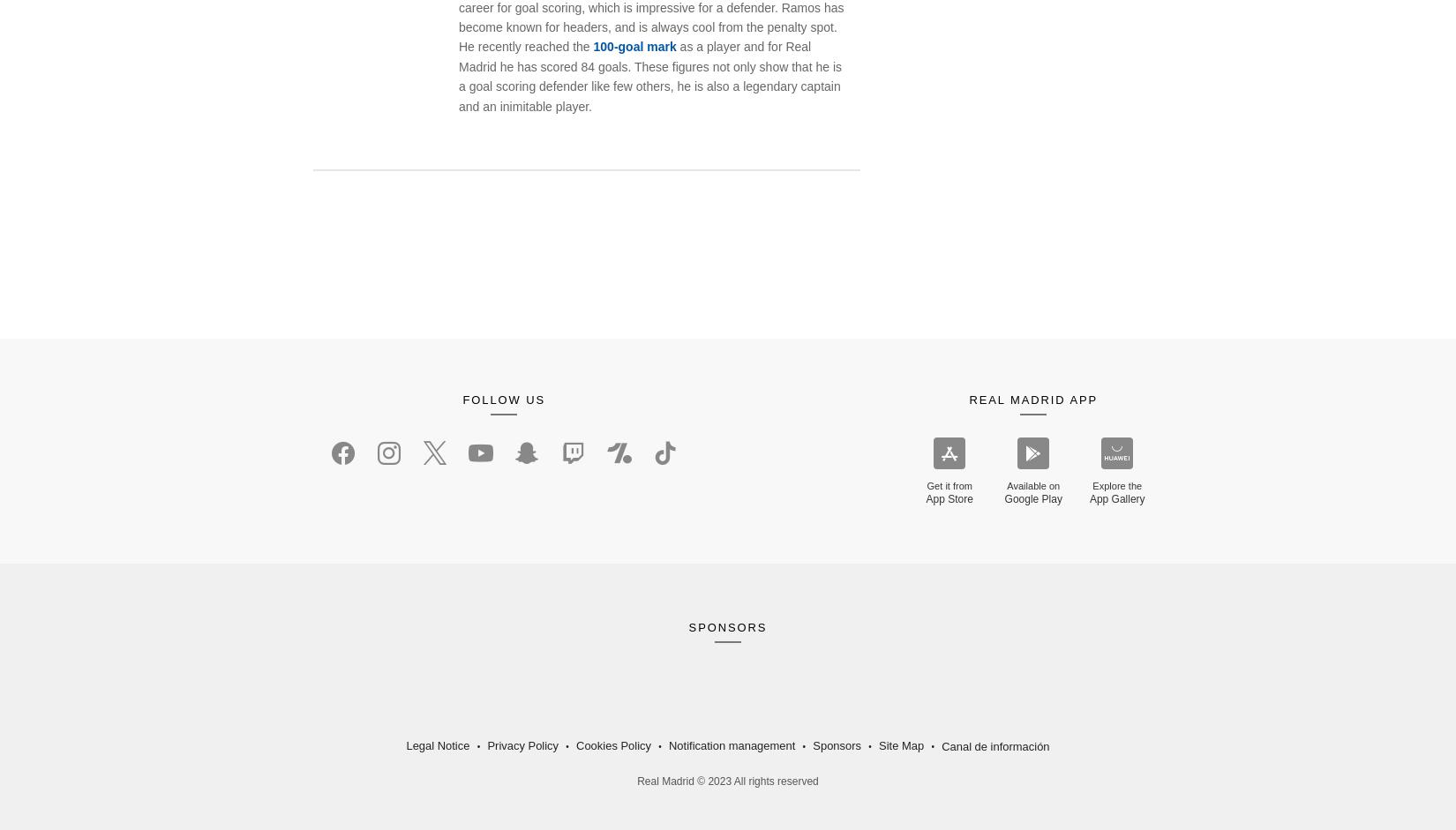 The height and width of the screenshot is (830, 1456). Describe the element at coordinates (901, 744) in the screenshot. I see `'Site Map'` at that location.